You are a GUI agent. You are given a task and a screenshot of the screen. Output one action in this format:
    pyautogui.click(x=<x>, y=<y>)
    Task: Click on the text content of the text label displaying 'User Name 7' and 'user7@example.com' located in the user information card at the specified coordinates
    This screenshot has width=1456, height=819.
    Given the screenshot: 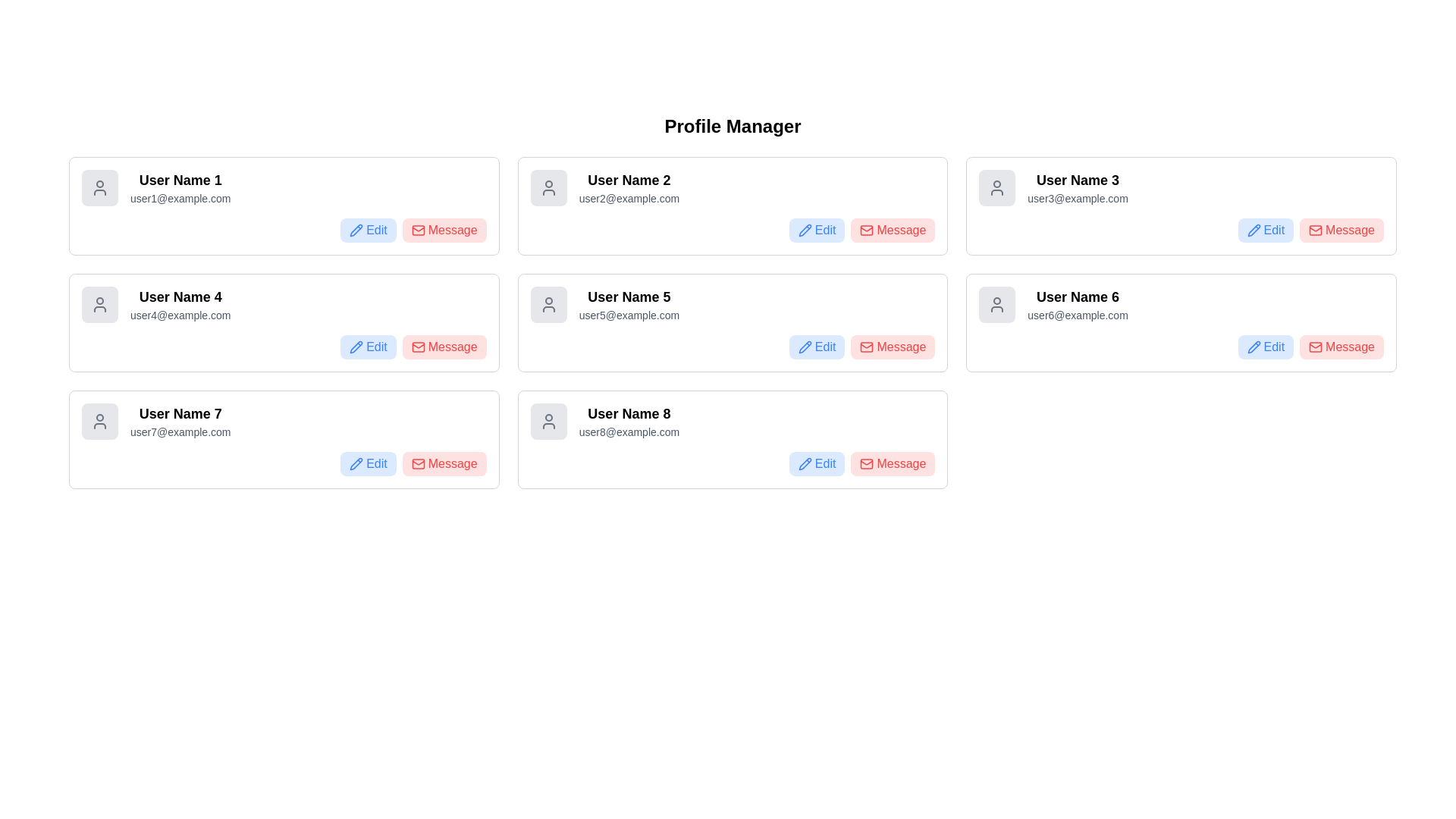 What is the action you would take?
    pyautogui.click(x=180, y=421)
    